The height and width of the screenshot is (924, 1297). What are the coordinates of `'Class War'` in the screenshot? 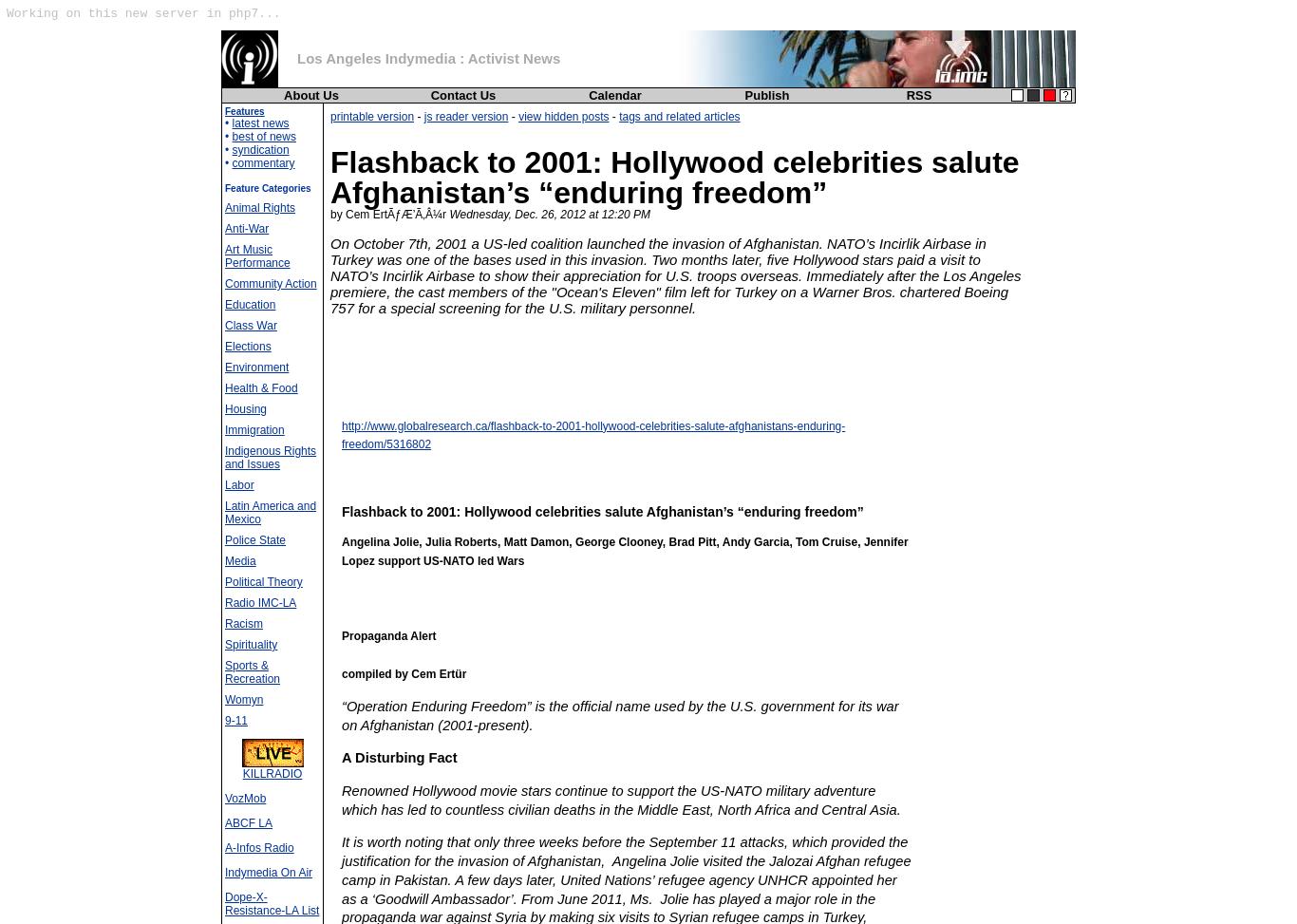 It's located at (251, 325).